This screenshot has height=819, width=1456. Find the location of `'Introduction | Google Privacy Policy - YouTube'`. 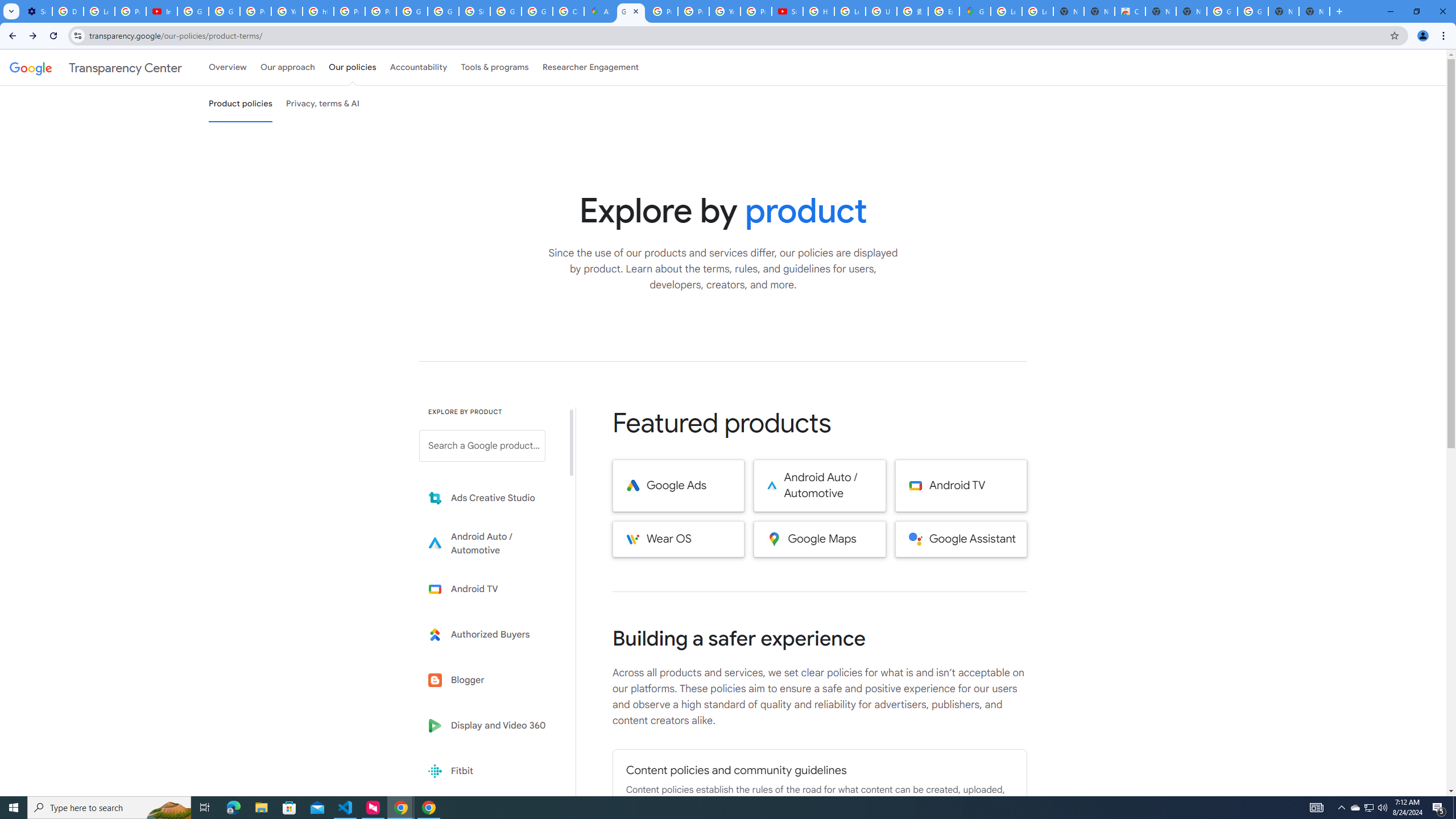

'Introduction | Google Privacy Policy - YouTube' is located at coordinates (162, 11).